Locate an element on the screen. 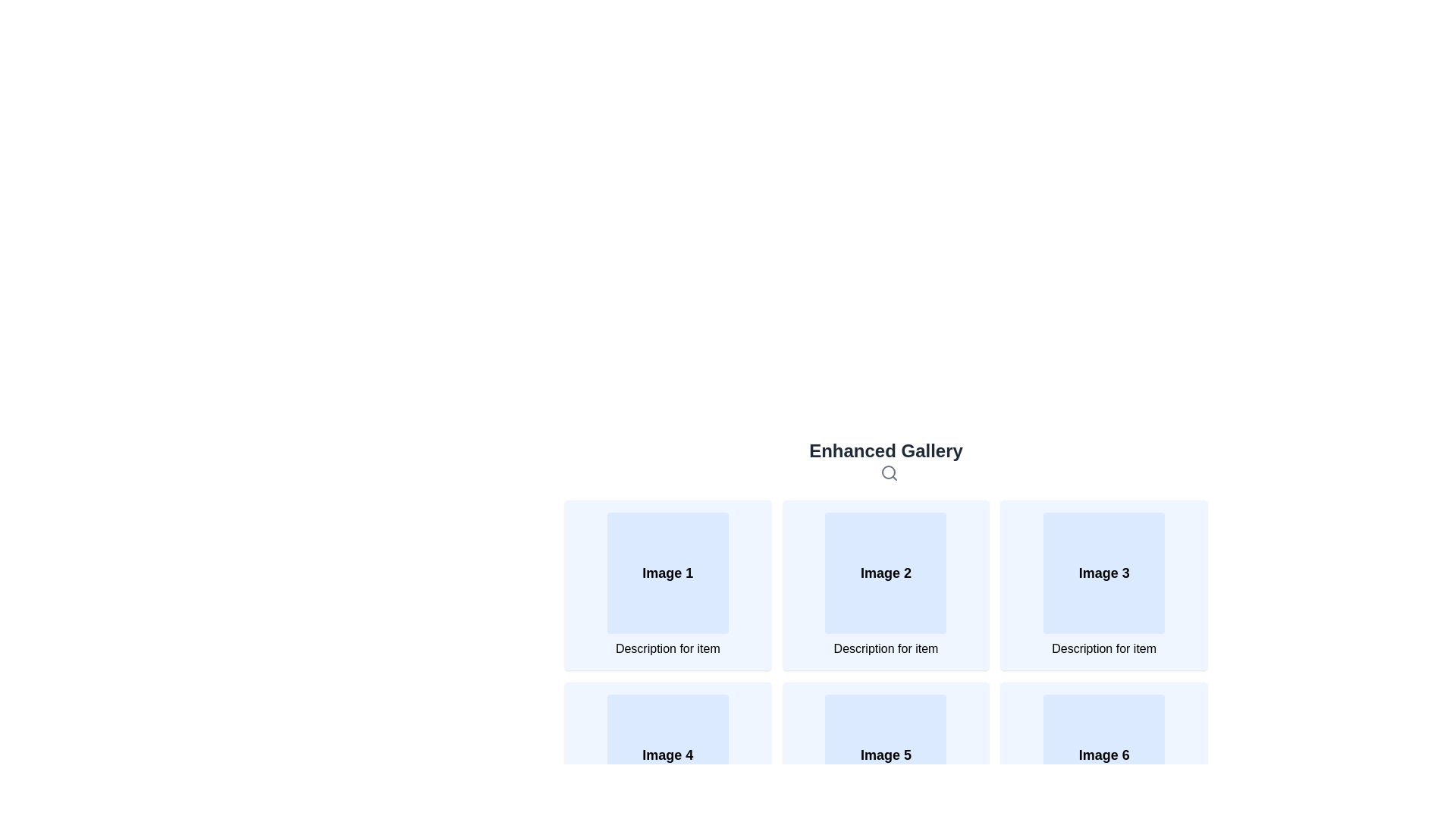 The height and width of the screenshot is (819, 1456). the first square-shaped card with a light blue background that contains the text 'Image 1' in bold, centered within it is located at coordinates (667, 573).